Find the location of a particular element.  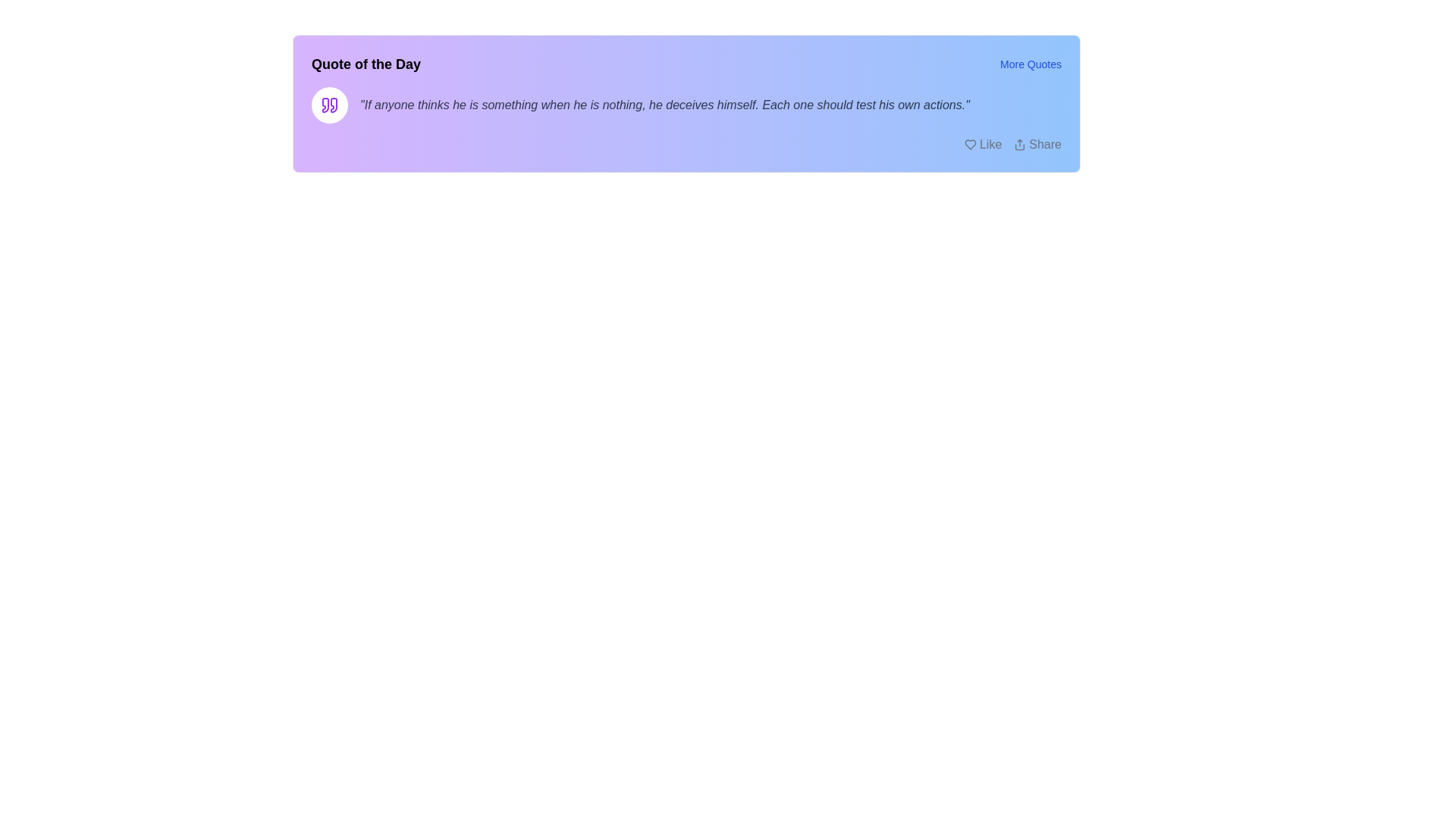

the heart-shaped icon located at the lower-right corner of the quote card to like the content is located at coordinates (969, 145).